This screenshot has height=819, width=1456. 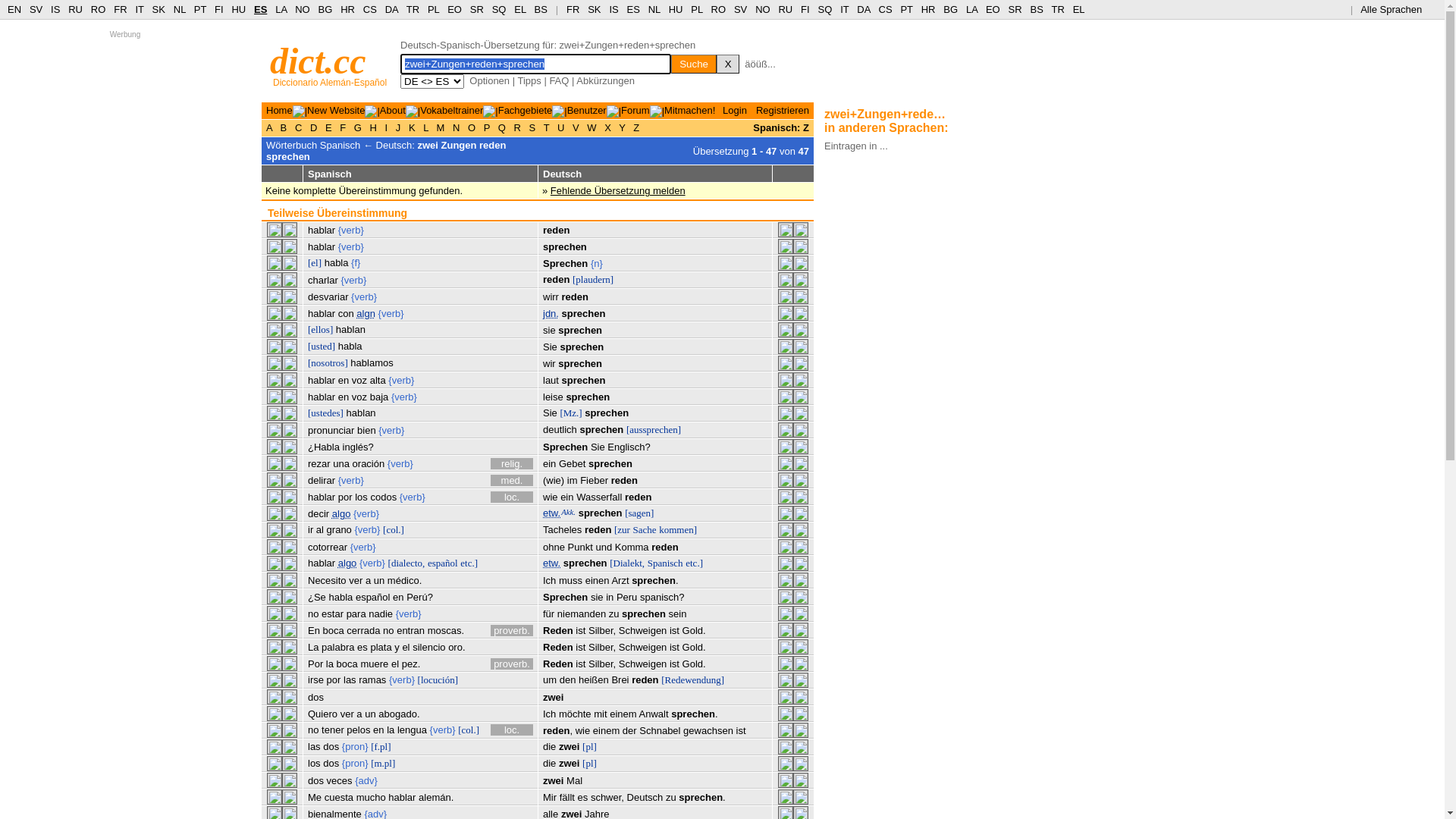 I want to click on 'zu', so click(x=670, y=796).